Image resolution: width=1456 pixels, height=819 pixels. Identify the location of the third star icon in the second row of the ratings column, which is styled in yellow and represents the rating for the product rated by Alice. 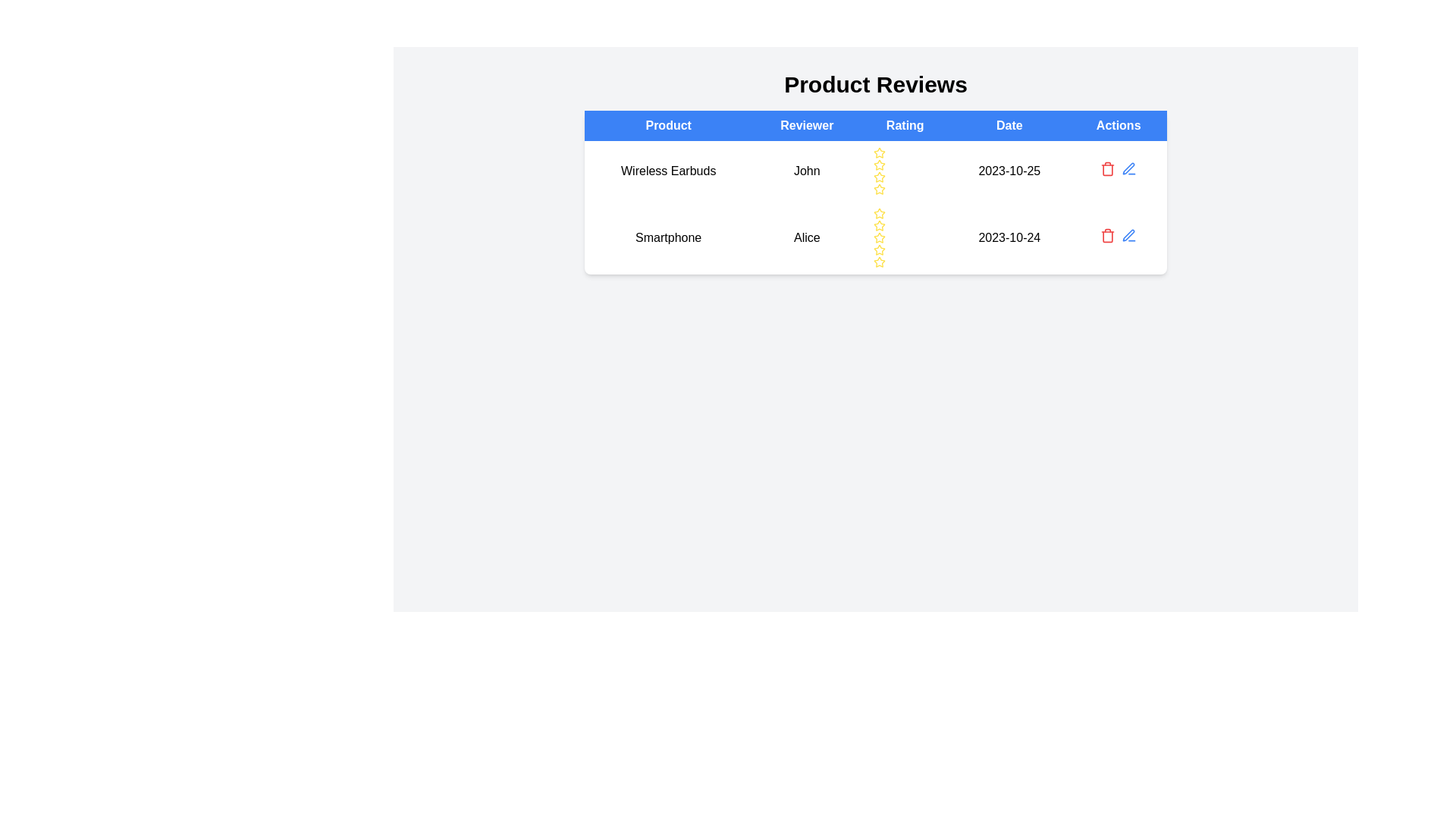
(880, 237).